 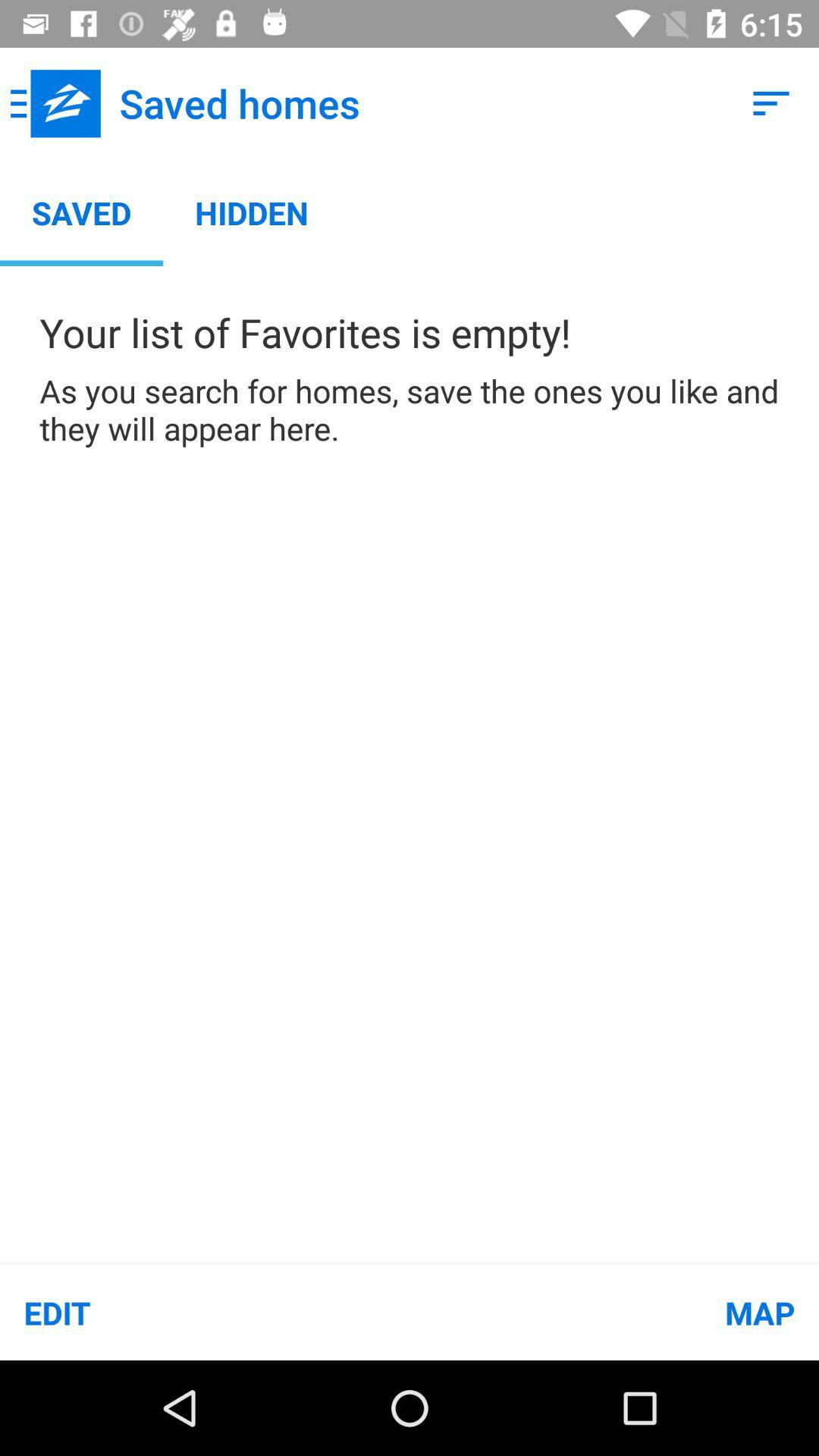 What do you see at coordinates (205, 1312) in the screenshot?
I see `the item below the as you search` at bounding box center [205, 1312].